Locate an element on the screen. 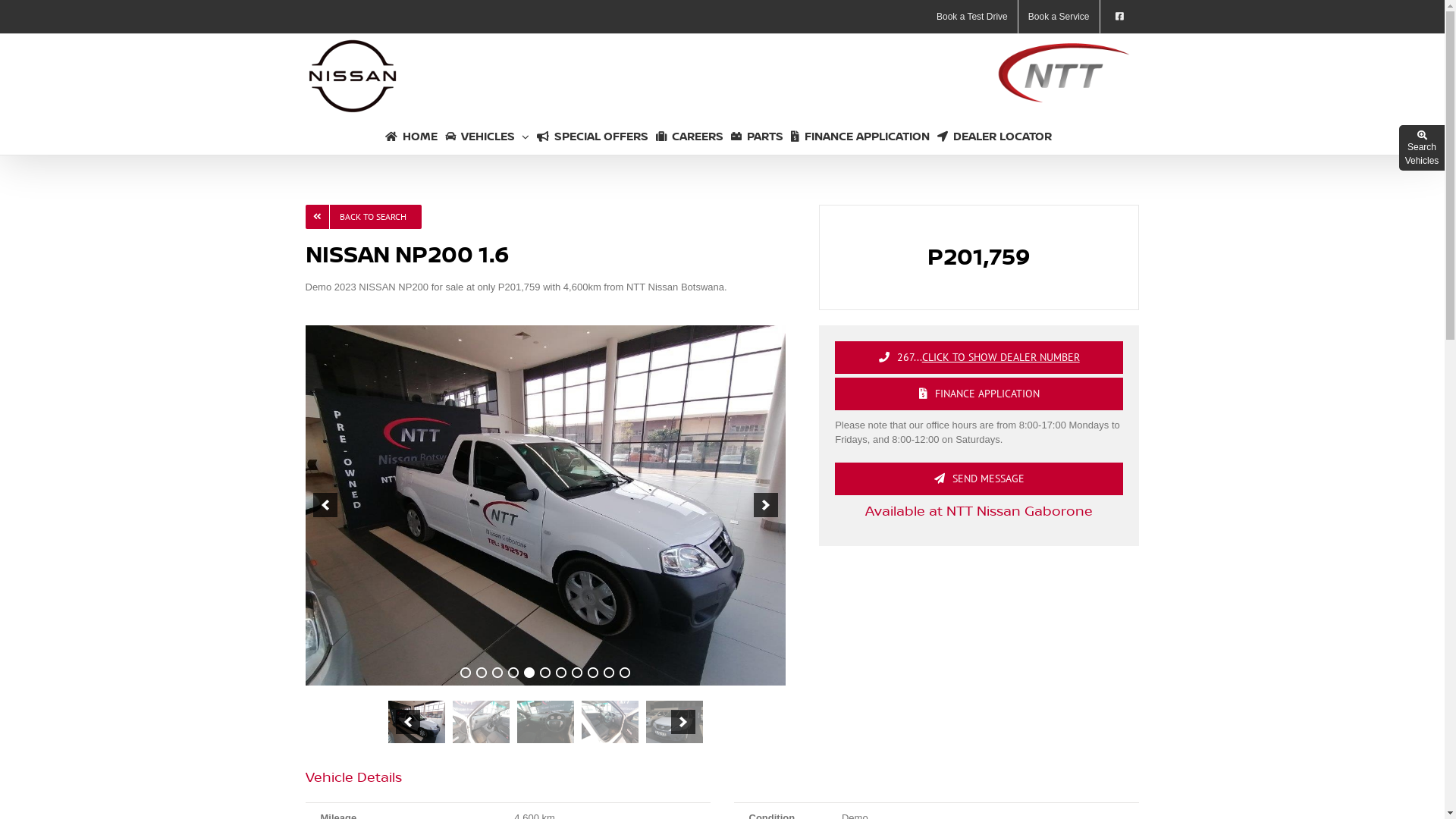  '267...CLICK TO SHOW DEALER NUMBER' is located at coordinates (979, 357).